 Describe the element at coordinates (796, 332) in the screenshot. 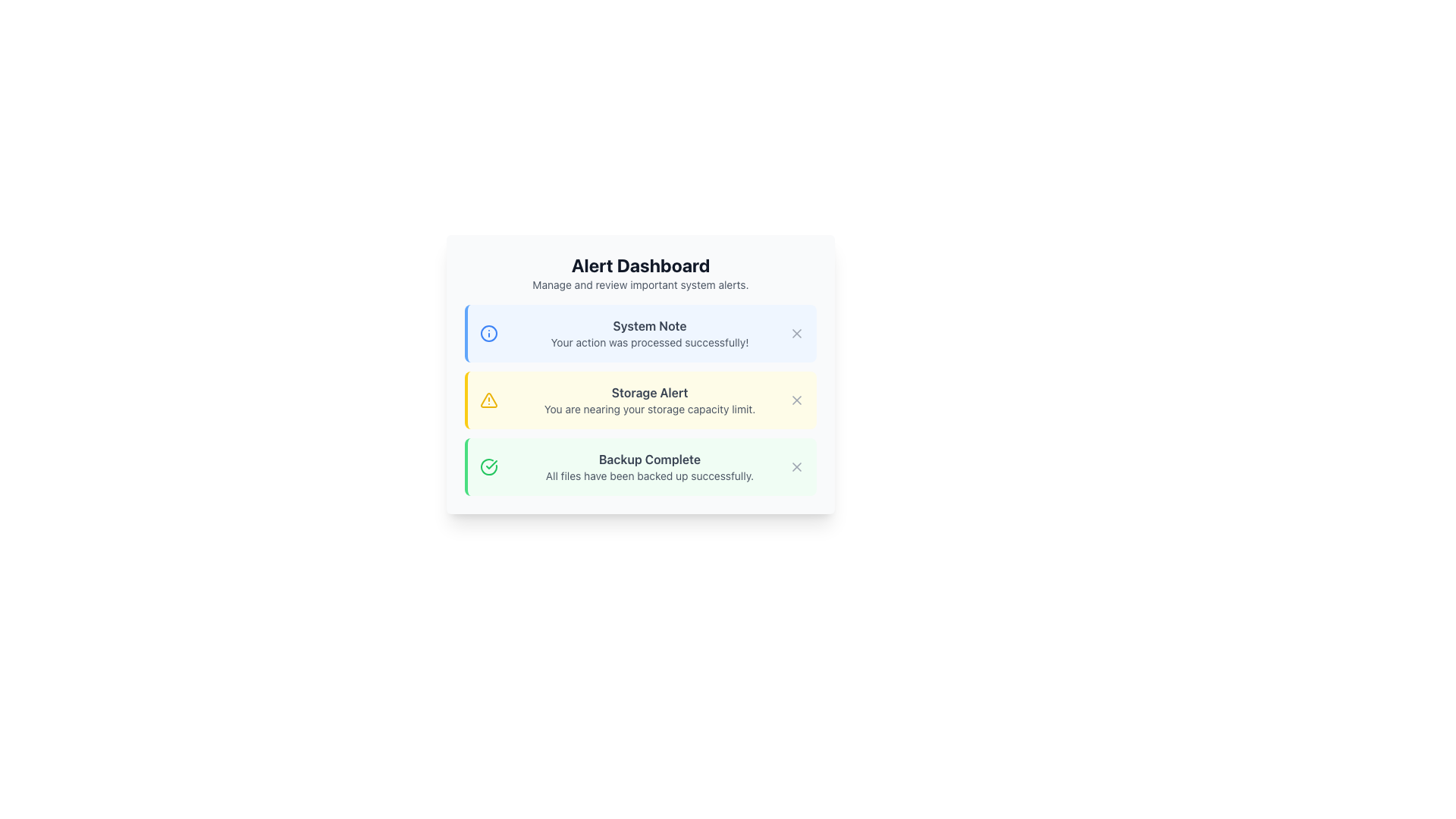

I see `the close icon button located in the top-right corner of the blue notification labeled 'System Note'` at that location.